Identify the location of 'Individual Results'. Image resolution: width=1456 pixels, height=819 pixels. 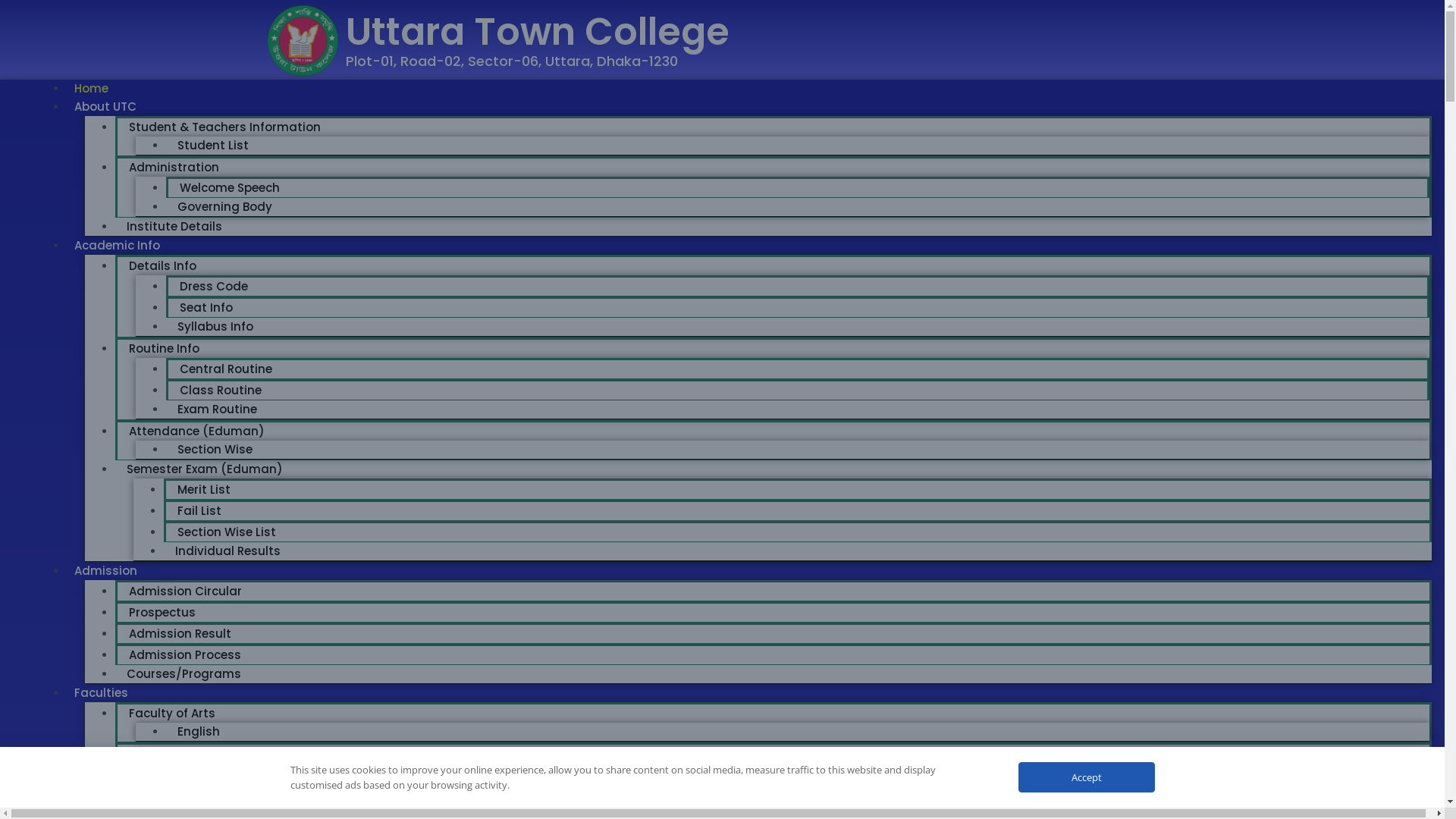
(164, 551).